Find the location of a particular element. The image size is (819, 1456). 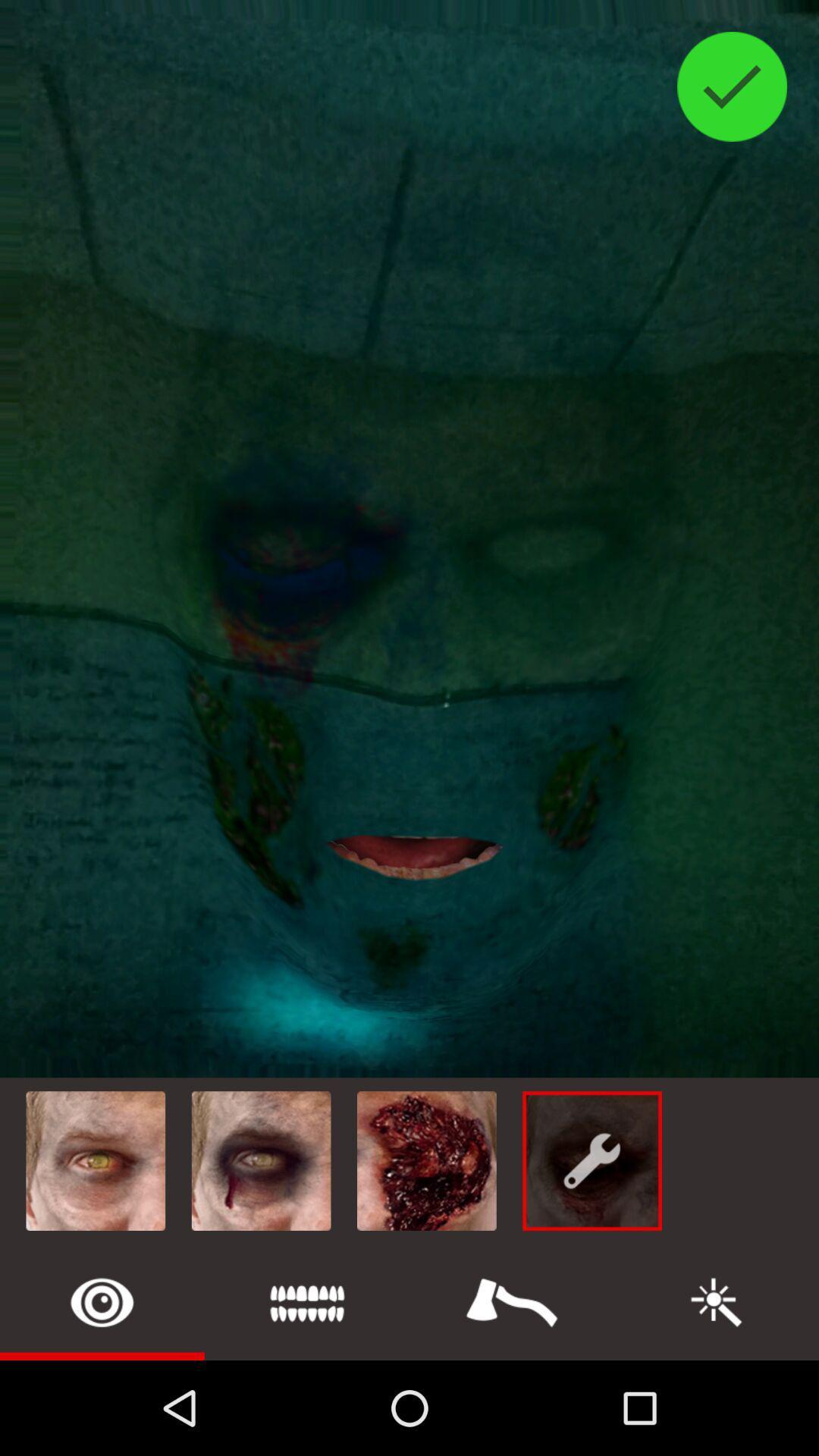

teeth style is located at coordinates (307, 1301).